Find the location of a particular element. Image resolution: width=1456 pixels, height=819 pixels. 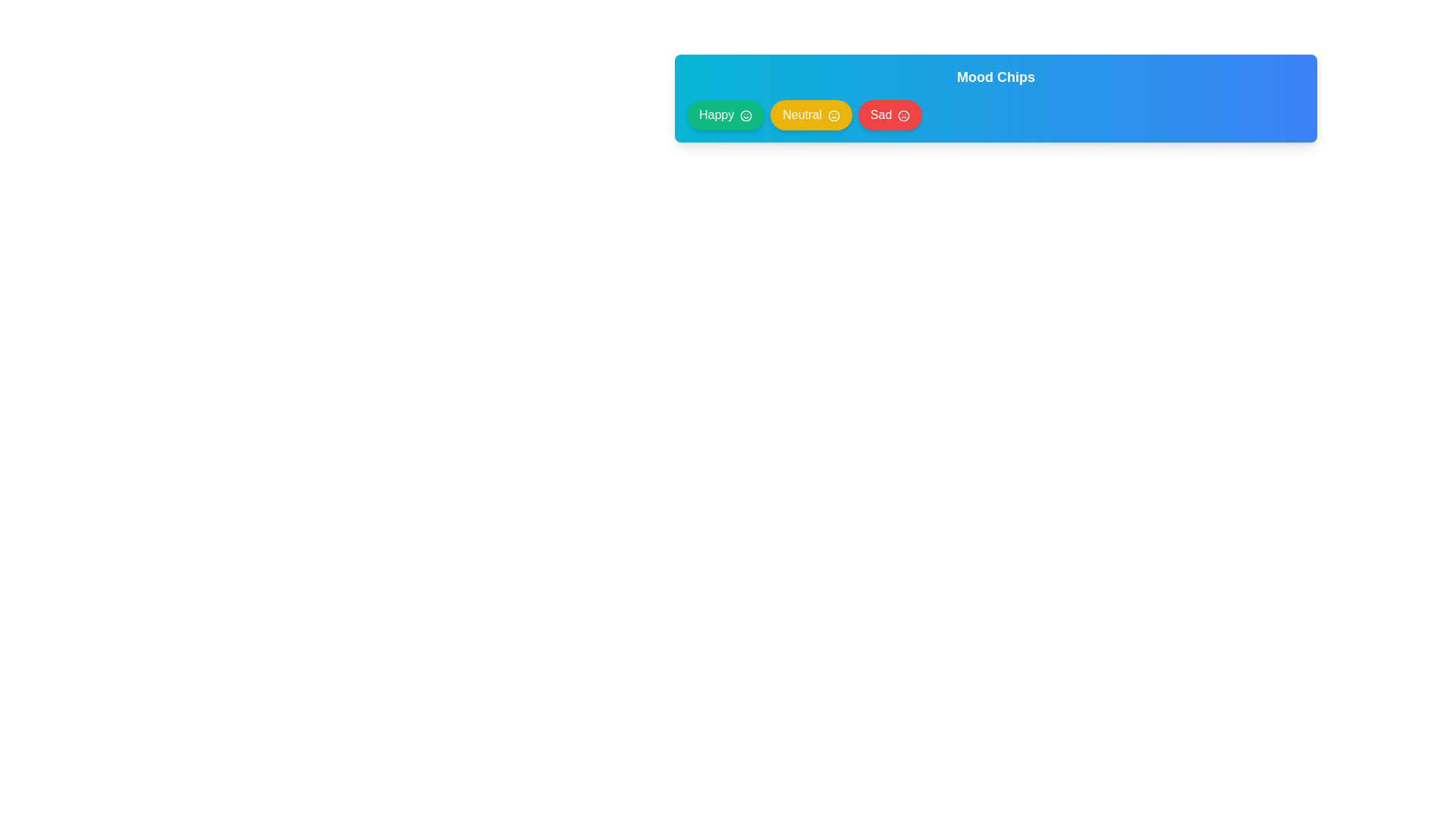

the 'Neutral' text node, which is centrally aligned within a yellow button in a group of mood selection buttons is located at coordinates (802, 114).